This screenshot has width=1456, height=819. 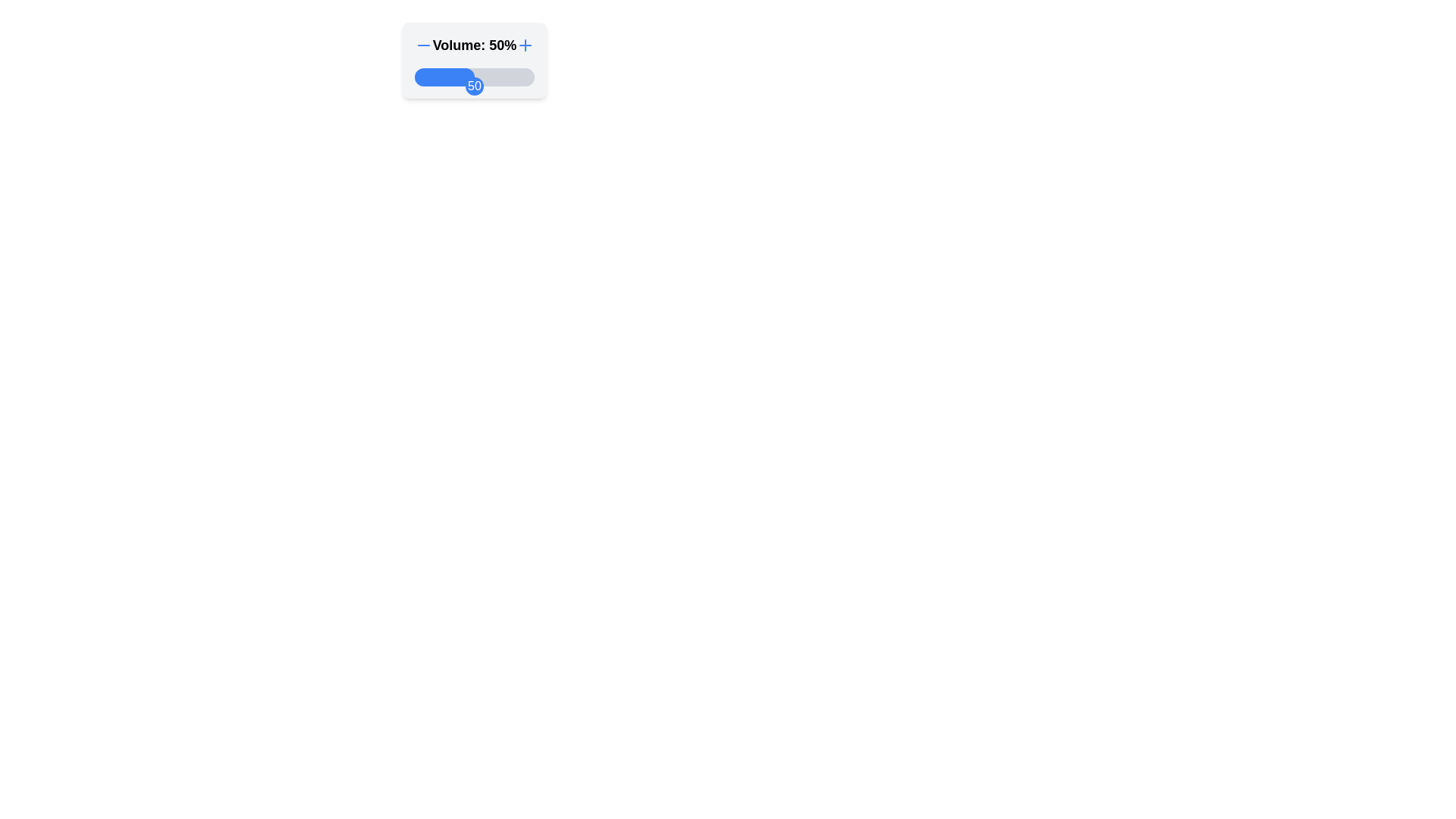 I want to click on the slider marked 'Volume: 50%', so click(x=473, y=60).